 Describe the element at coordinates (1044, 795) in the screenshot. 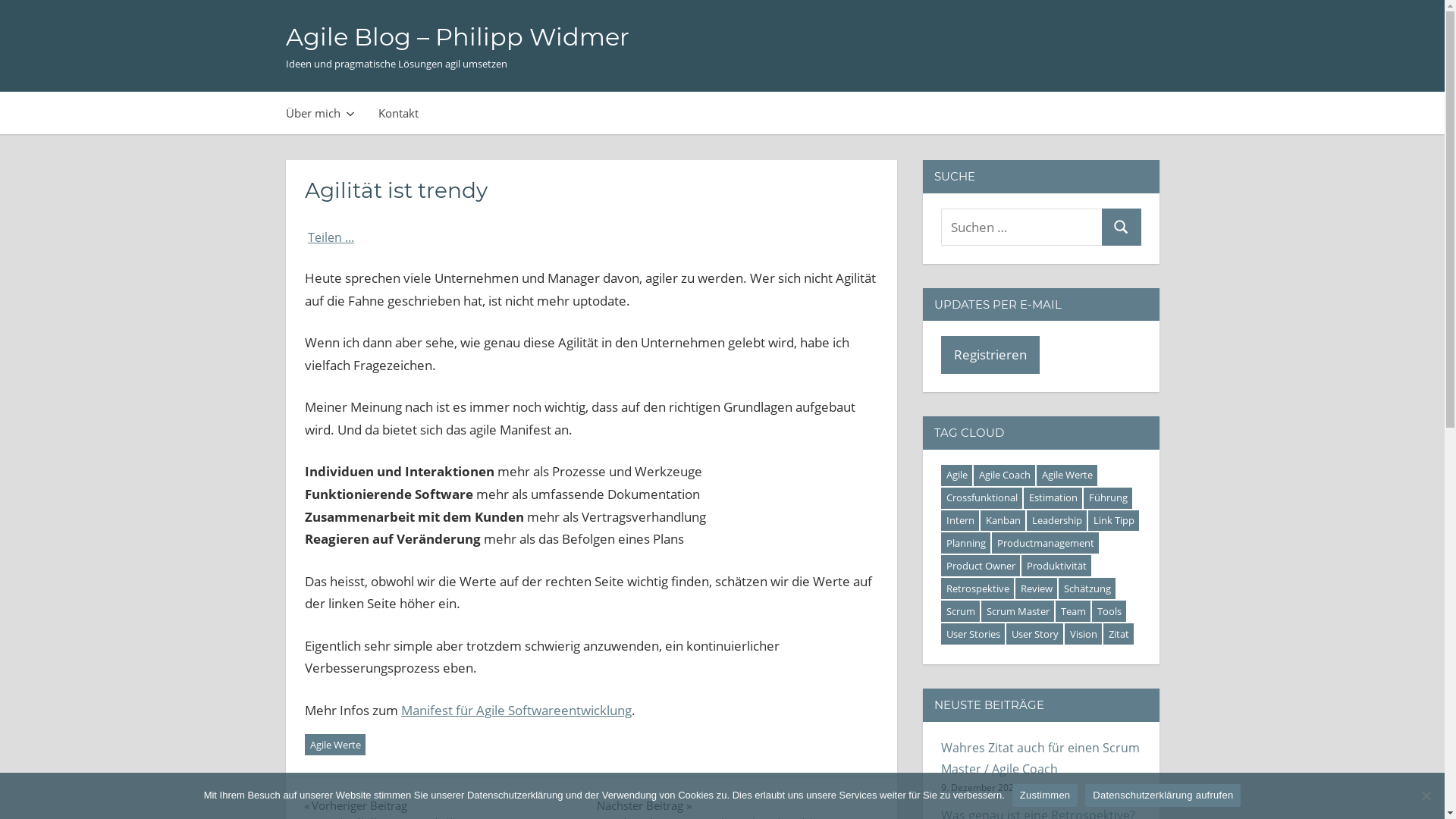

I see `'Zustimmen'` at that location.